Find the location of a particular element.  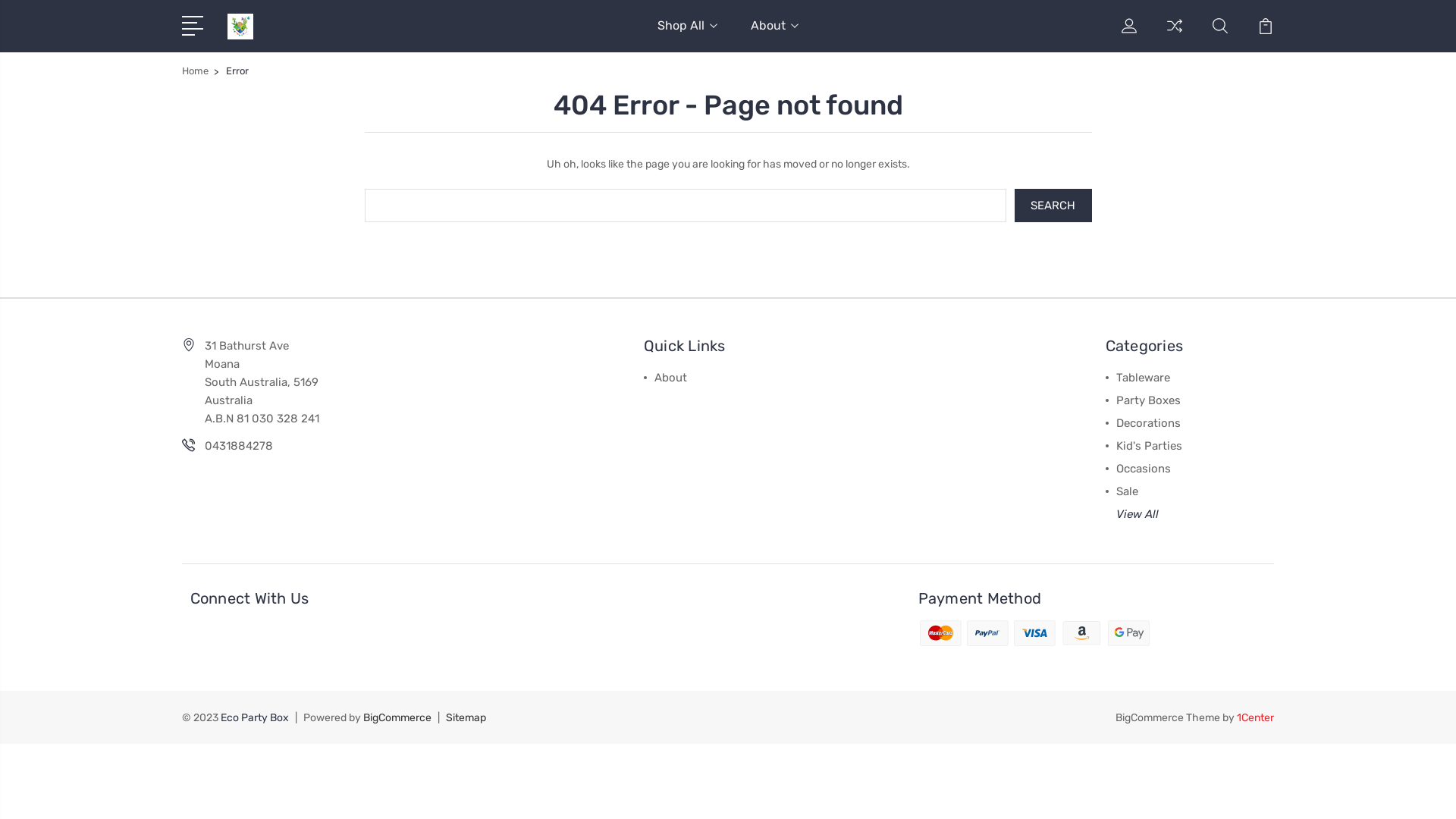

'View All' is located at coordinates (1137, 513).